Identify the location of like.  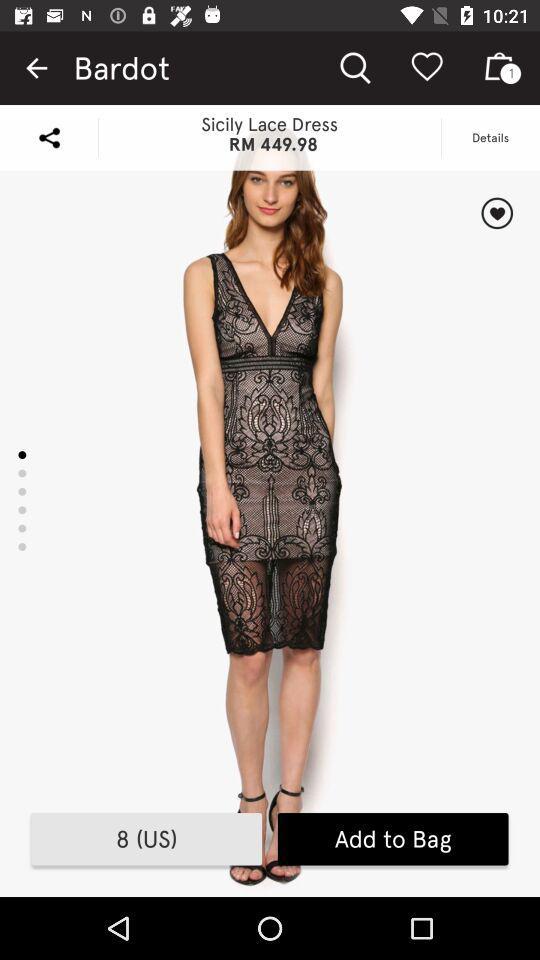
(496, 213).